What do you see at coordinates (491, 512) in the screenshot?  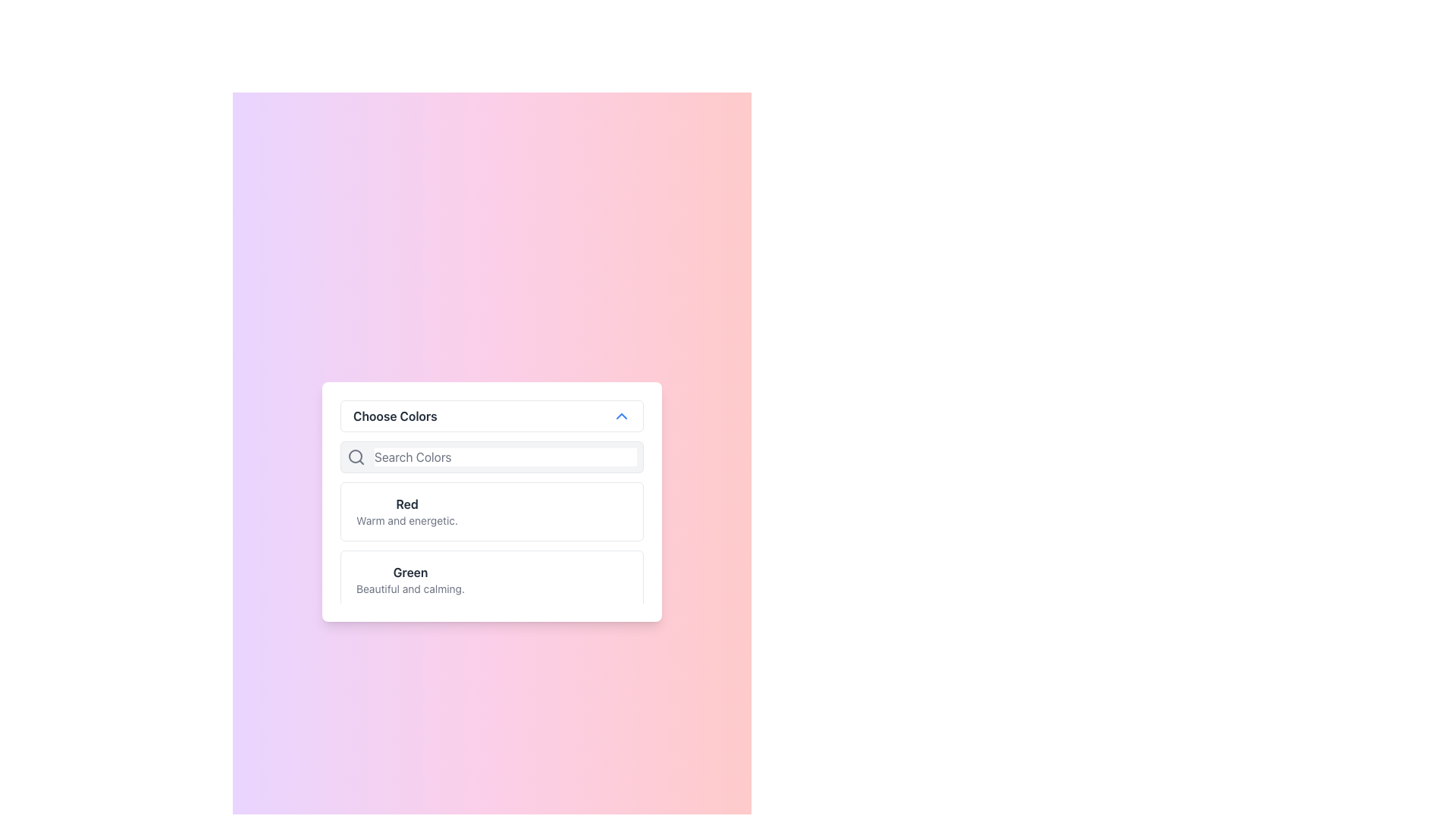 I see `the first selectable option in the dropdown menu, which represents the color Red` at bounding box center [491, 512].